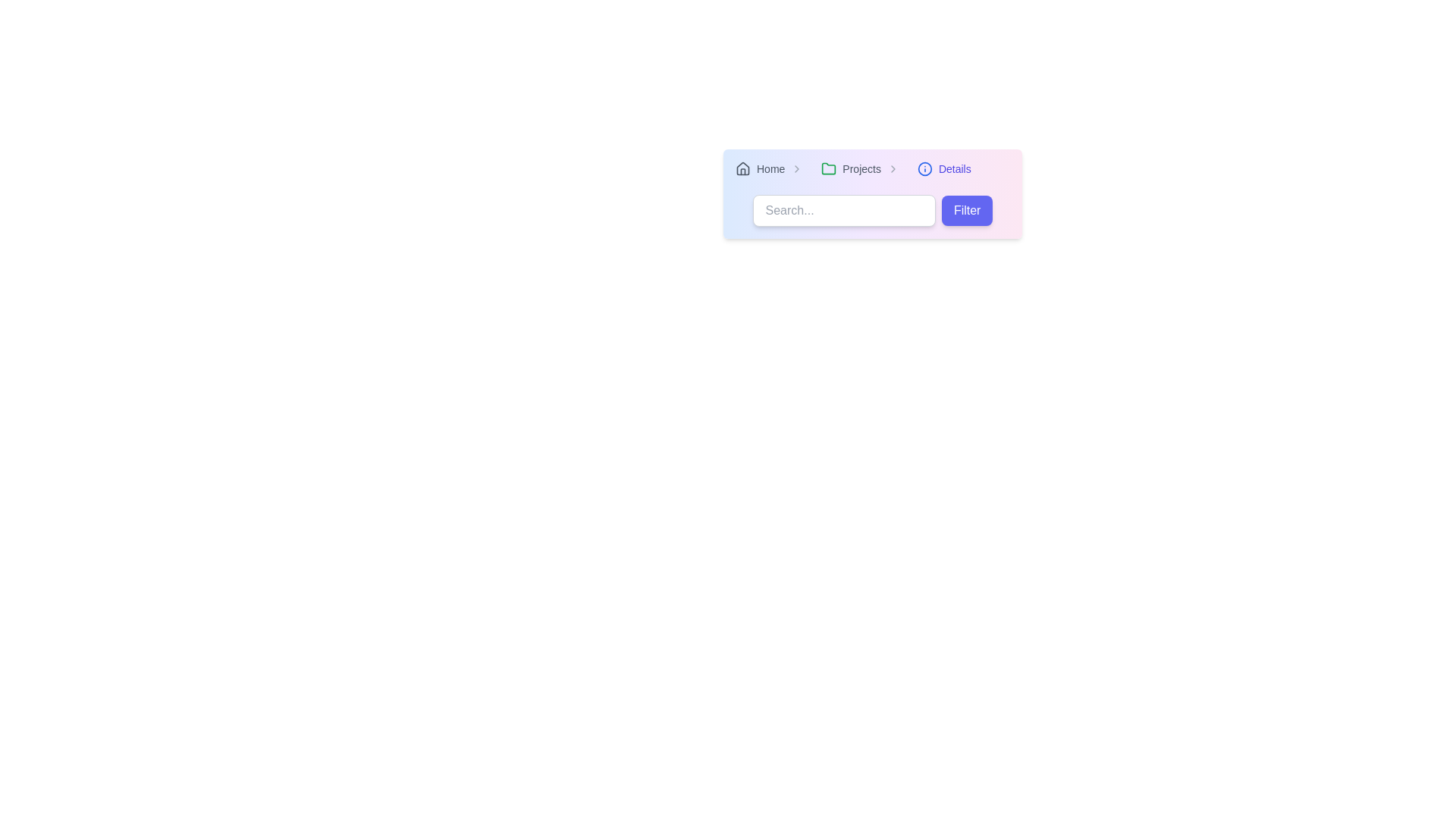 This screenshot has height=819, width=1456. I want to click on the 'Projects' label in the breadcrumb navigation bar, so click(873, 169).